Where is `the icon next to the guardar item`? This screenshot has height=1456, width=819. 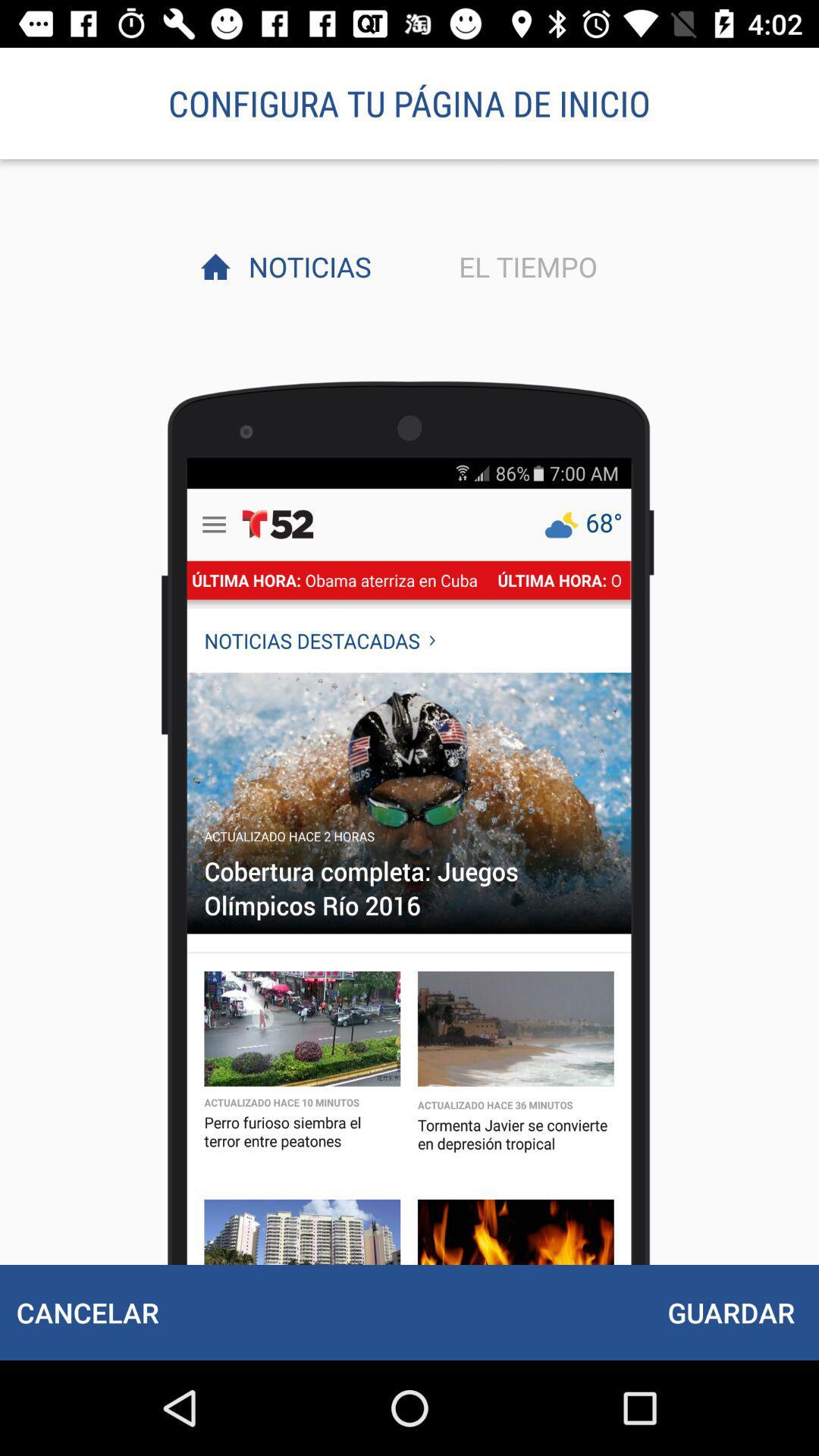 the icon next to the guardar item is located at coordinates (87, 1312).